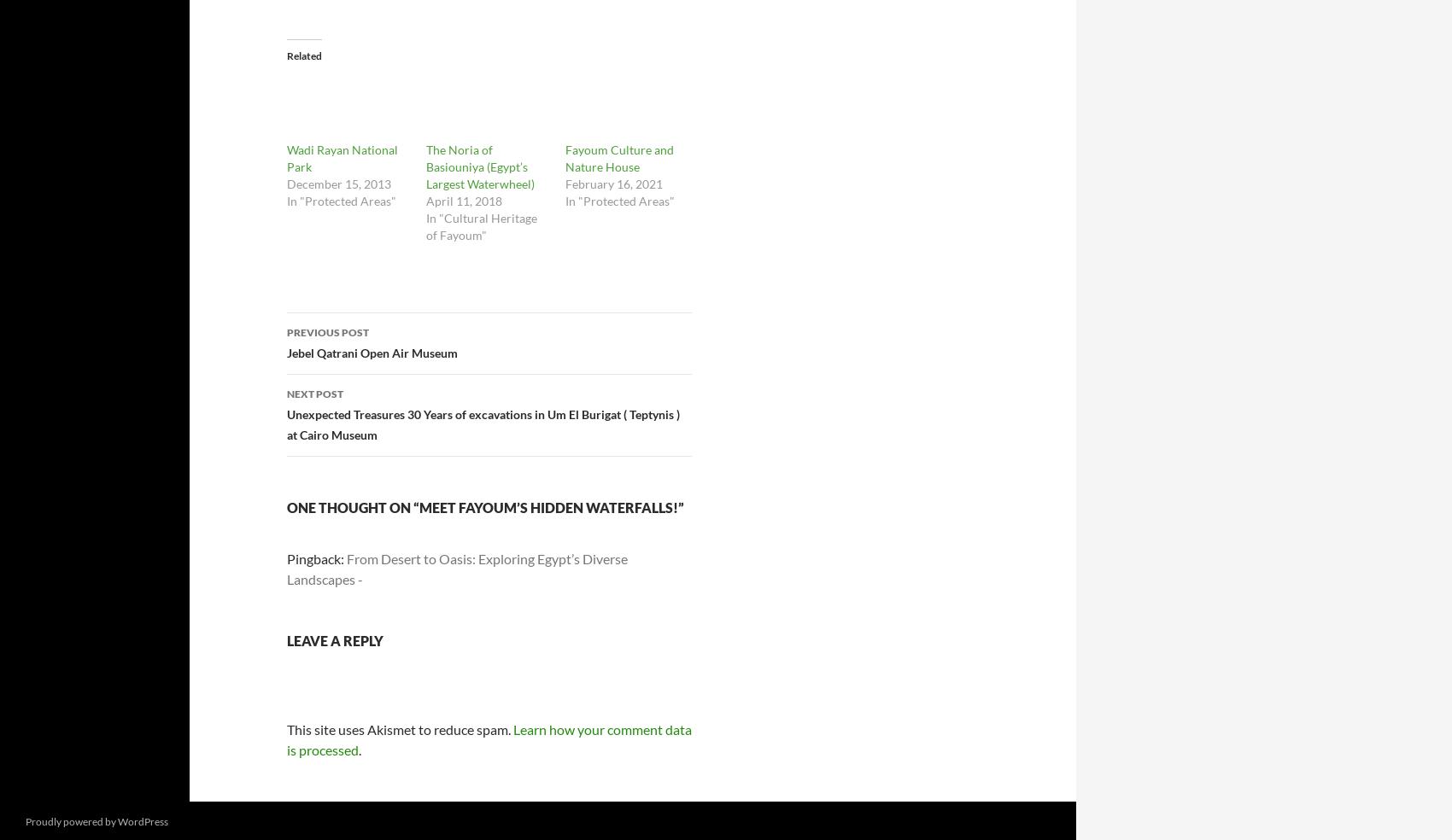  What do you see at coordinates (400, 727) in the screenshot?
I see `'This site uses Akismet to reduce spam.'` at bounding box center [400, 727].